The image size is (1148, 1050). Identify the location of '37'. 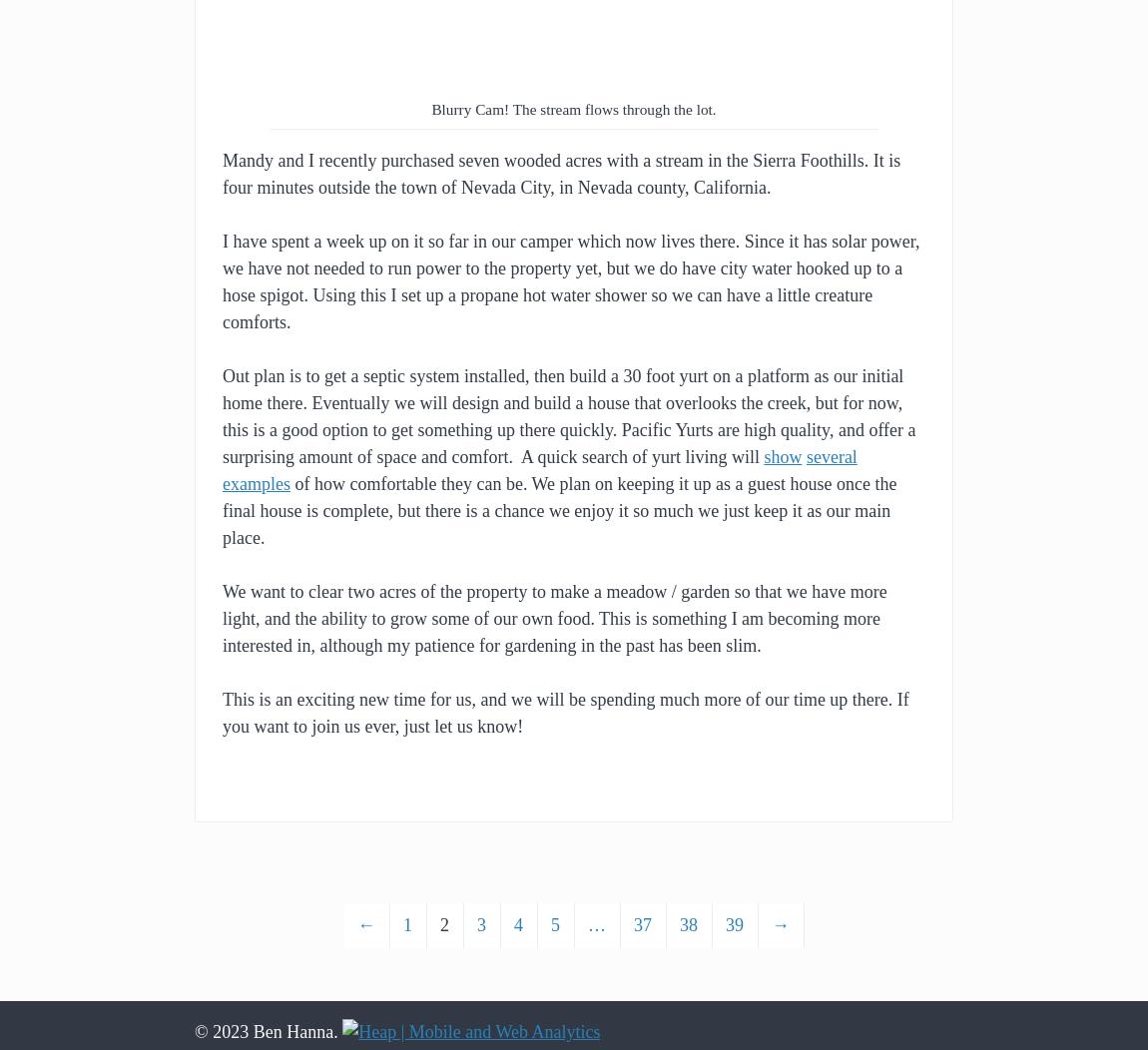
(642, 924).